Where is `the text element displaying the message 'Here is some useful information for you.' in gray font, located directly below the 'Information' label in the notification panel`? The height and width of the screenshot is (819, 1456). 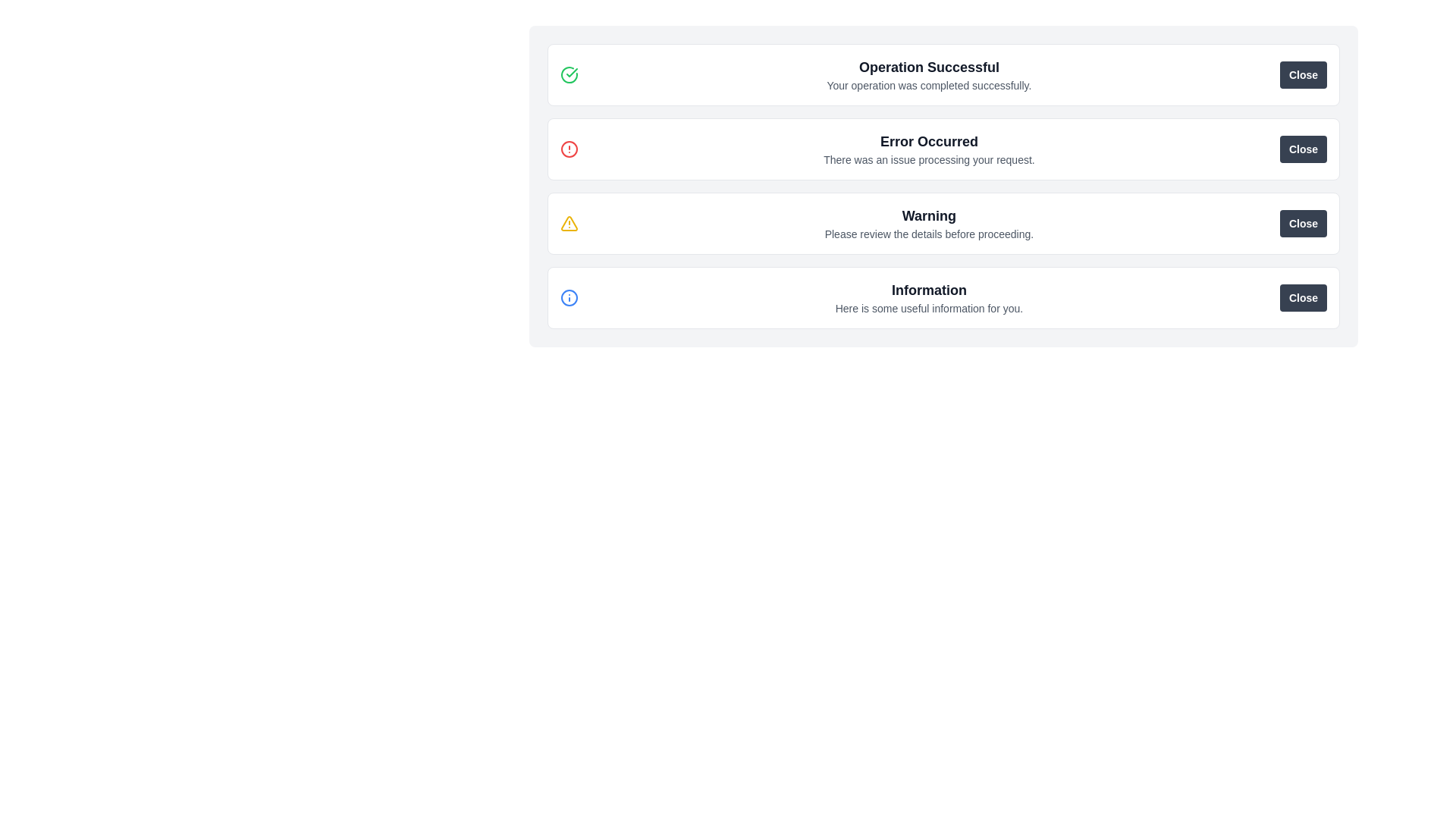
the text element displaying the message 'Here is some useful information for you.' in gray font, located directly below the 'Information' label in the notification panel is located at coordinates (928, 308).